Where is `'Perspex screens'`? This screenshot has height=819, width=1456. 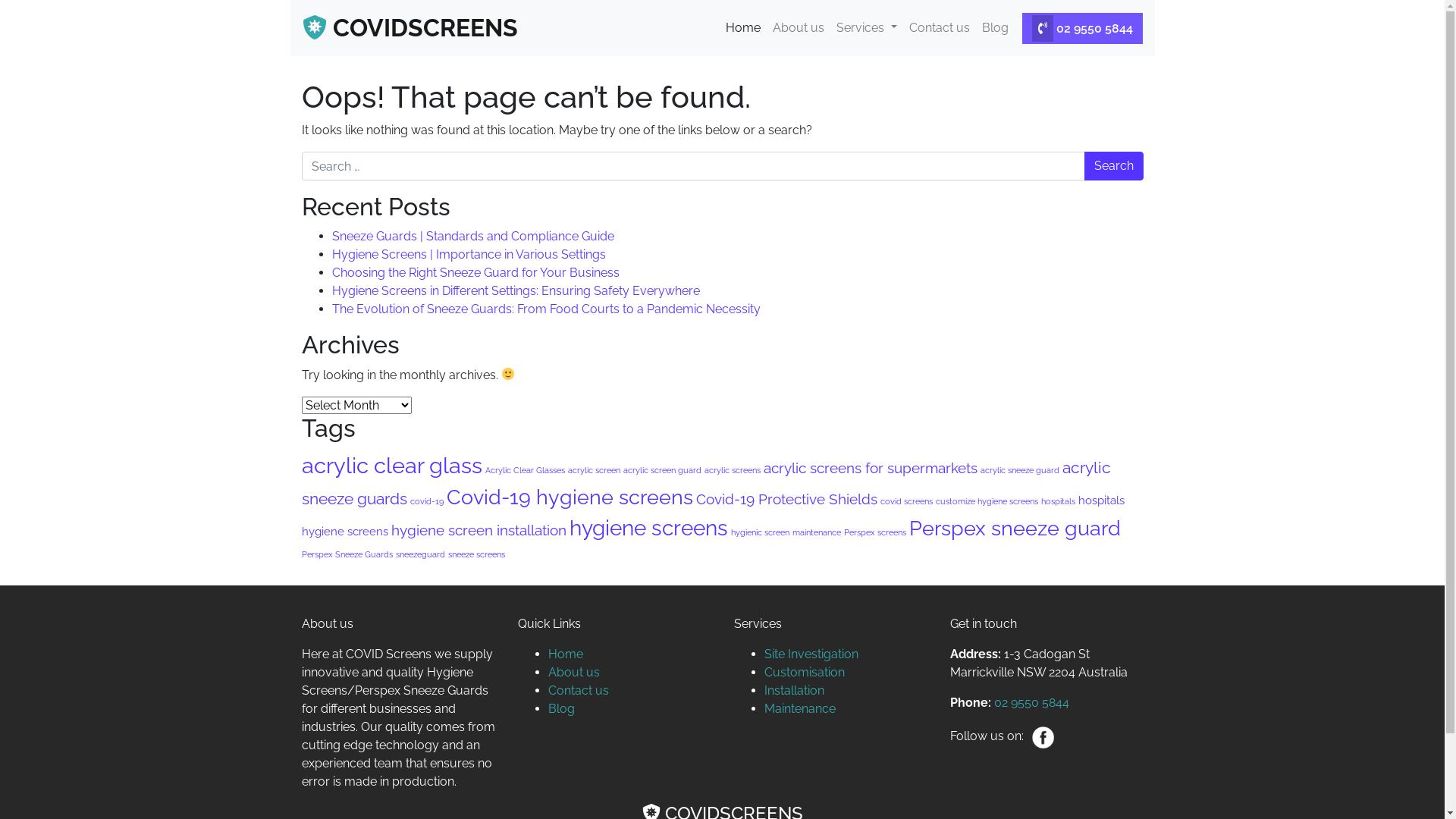 'Perspex screens' is located at coordinates (843, 532).